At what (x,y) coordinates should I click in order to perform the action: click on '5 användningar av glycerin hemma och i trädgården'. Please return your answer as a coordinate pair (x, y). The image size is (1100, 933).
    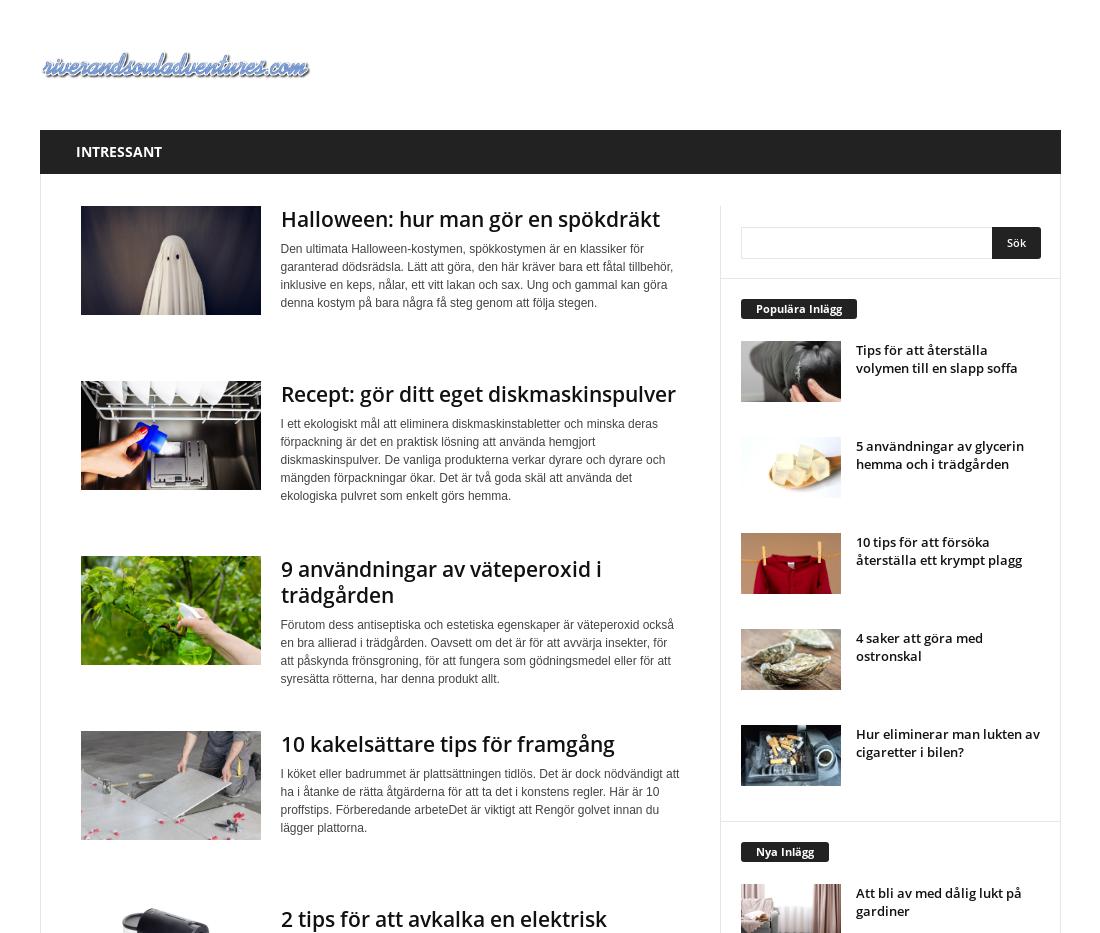
    Looking at the image, I should click on (938, 452).